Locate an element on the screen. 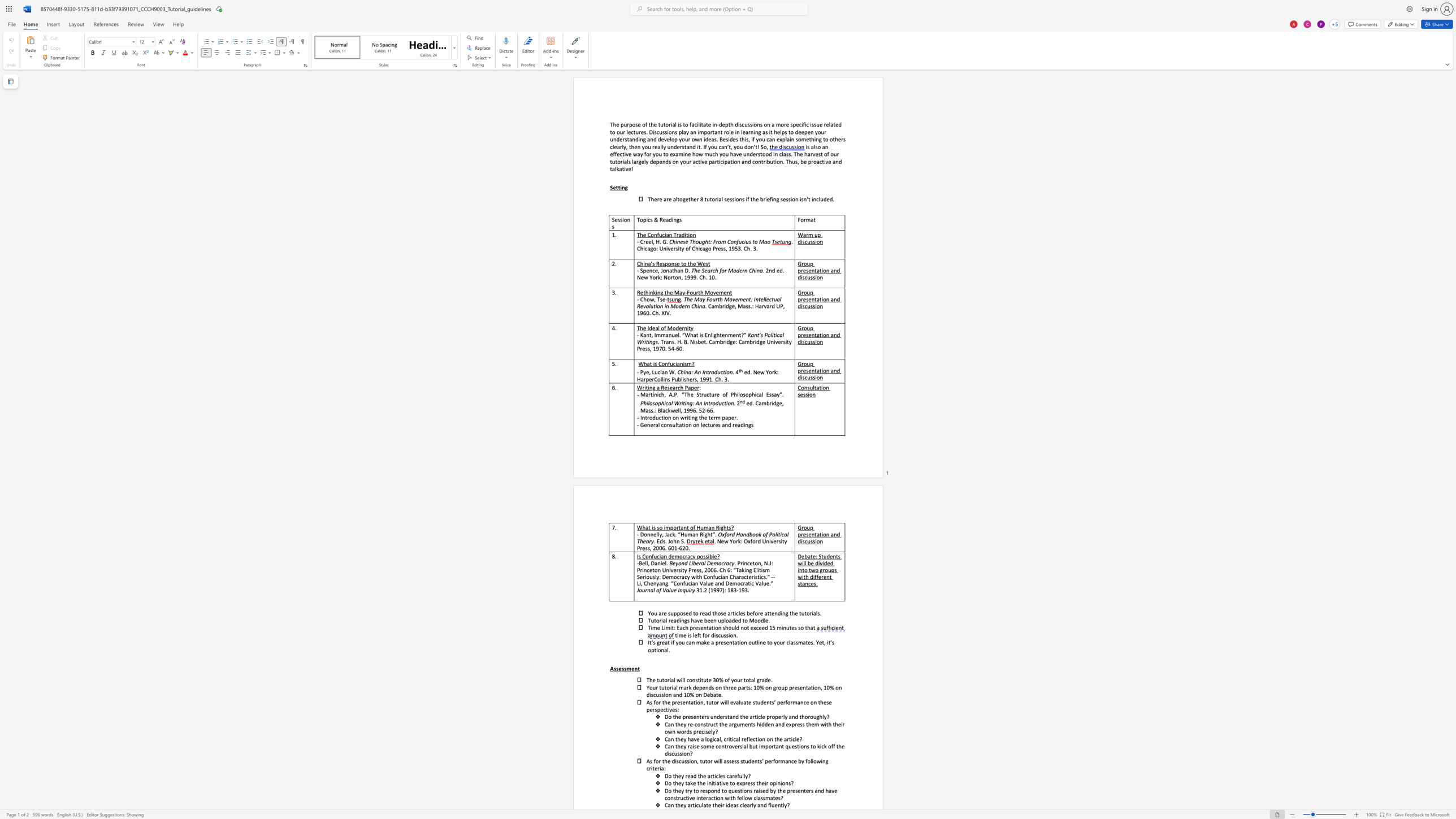  the space between the continuous character "t" and "u" in the text is located at coordinates (660, 124).